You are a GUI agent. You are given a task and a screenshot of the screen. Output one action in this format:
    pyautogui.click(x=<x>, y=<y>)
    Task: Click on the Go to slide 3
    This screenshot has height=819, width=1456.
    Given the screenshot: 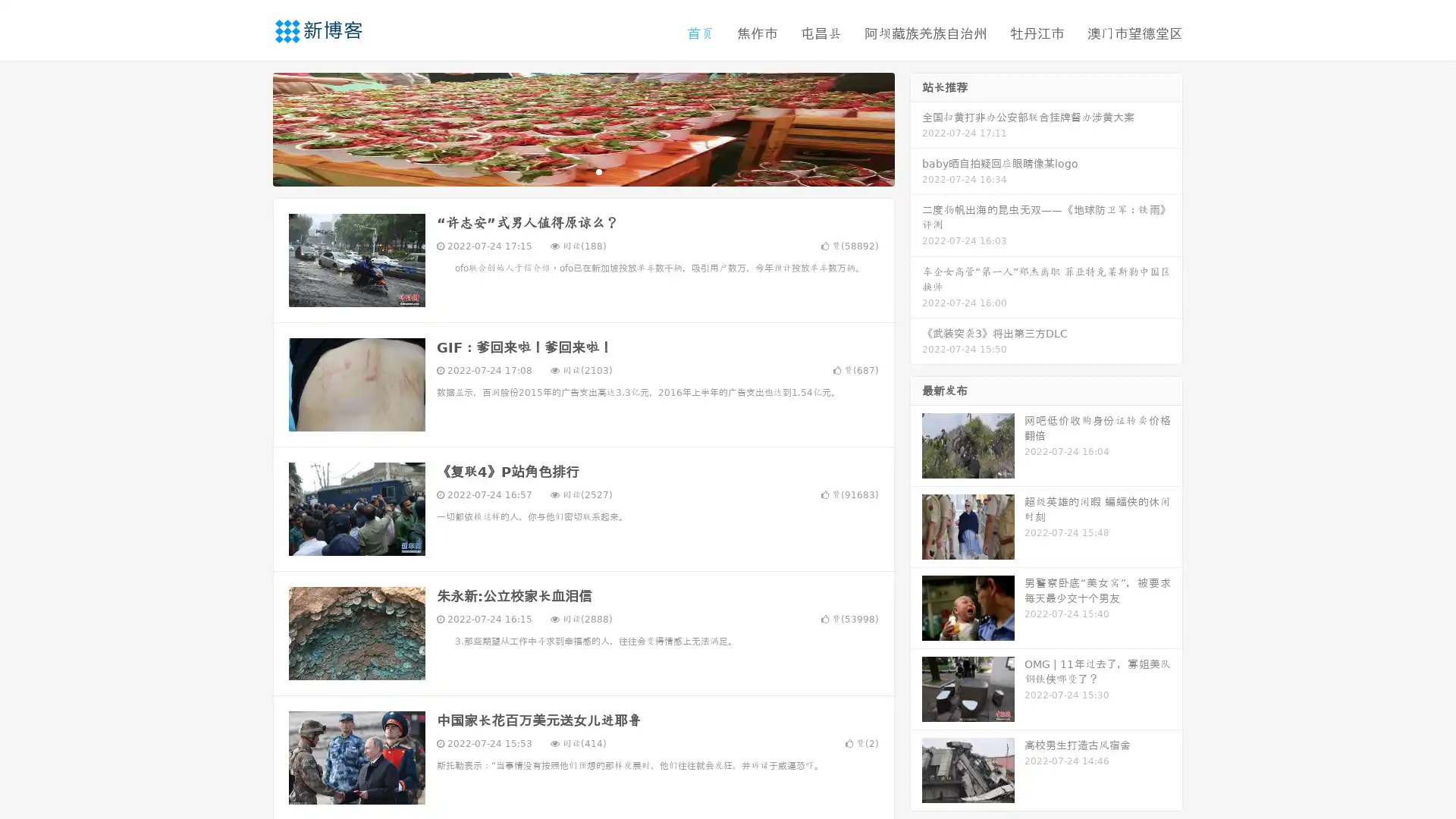 What is the action you would take?
    pyautogui.click(x=598, y=171)
    